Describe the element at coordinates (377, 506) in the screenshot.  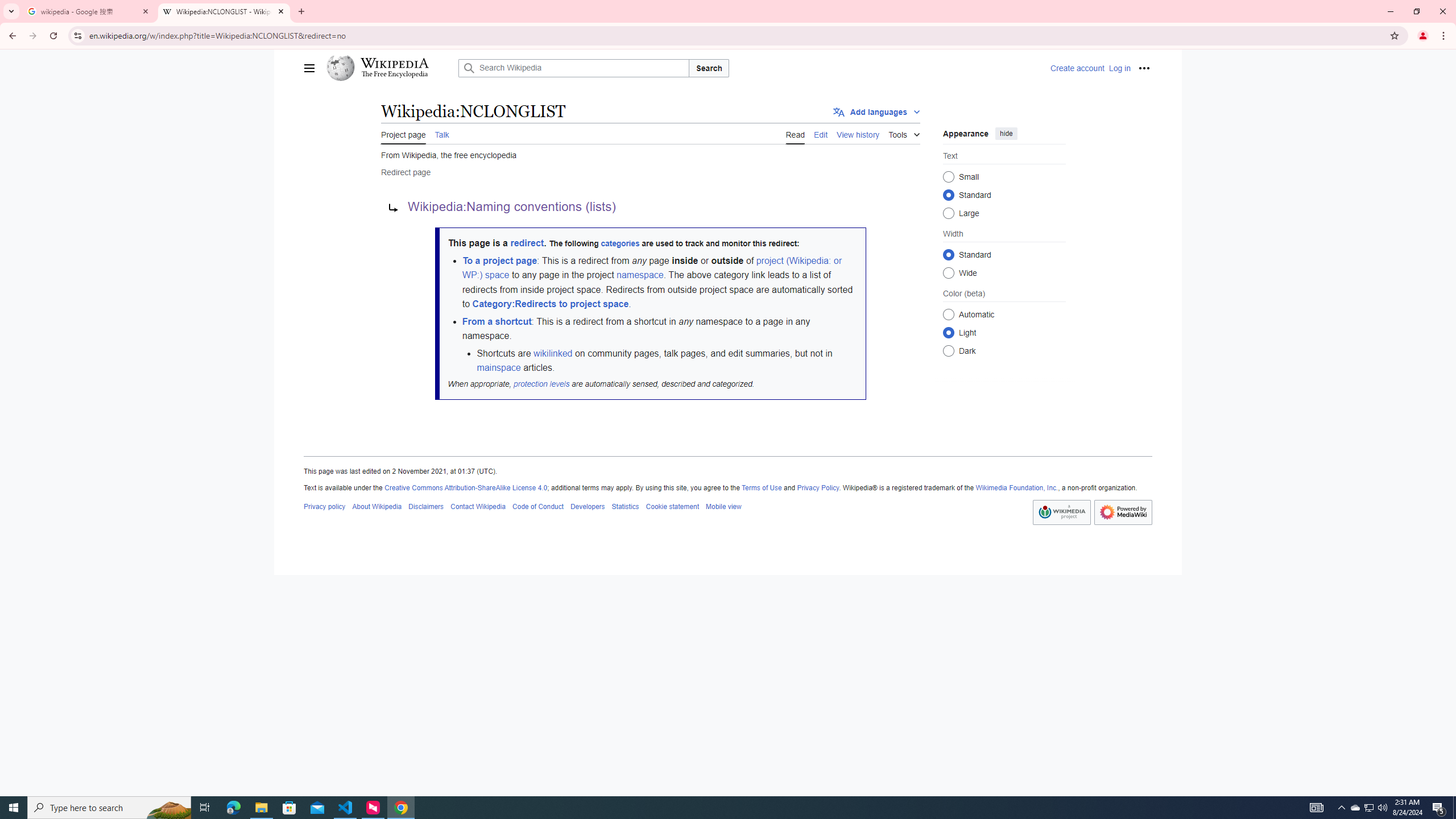
I see `'About Wikipedia'` at that location.